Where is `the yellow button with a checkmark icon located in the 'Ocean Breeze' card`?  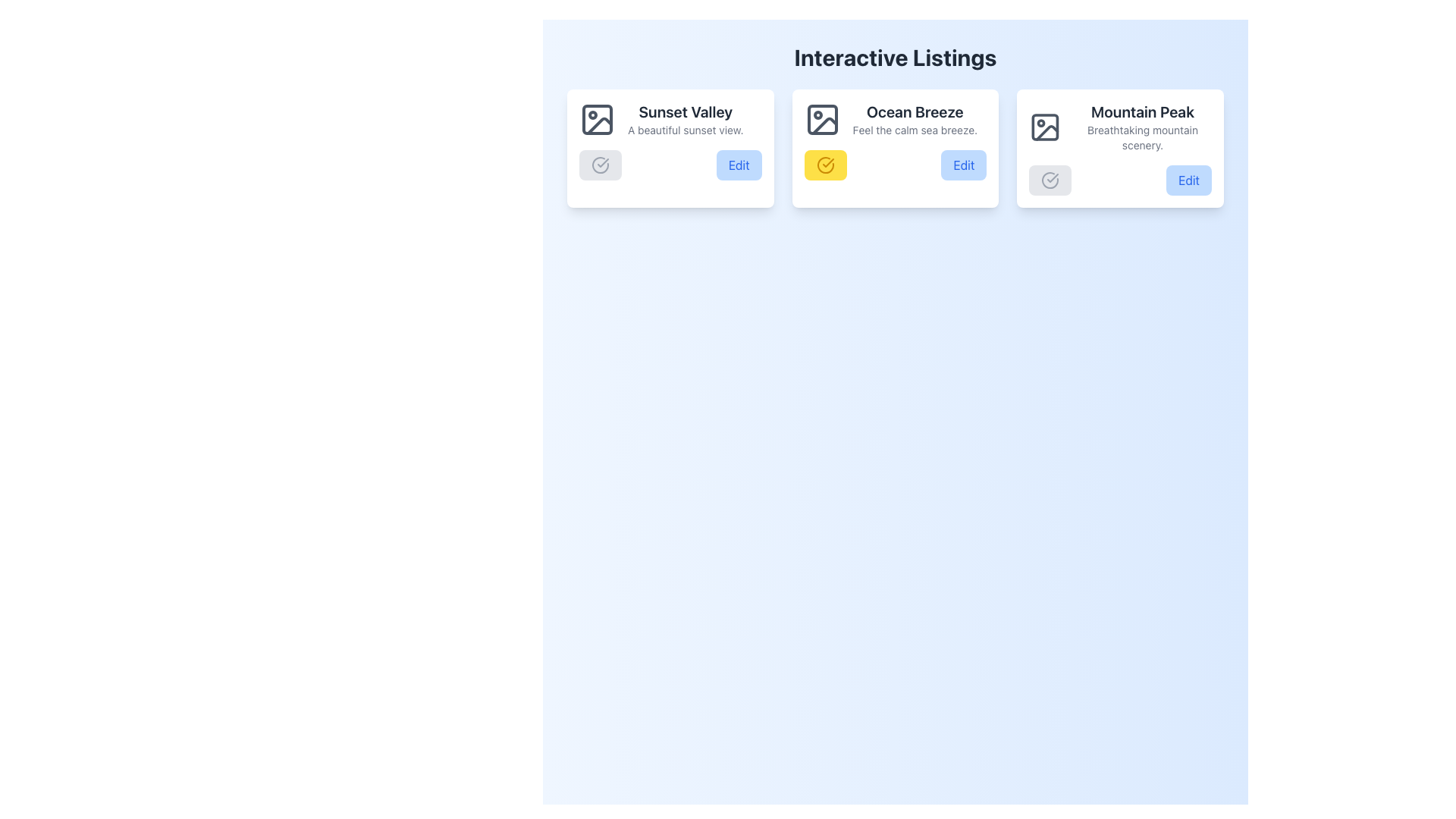 the yellow button with a checkmark icon located in the 'Ocean Breeze' card is located at coordinates (824, 165).